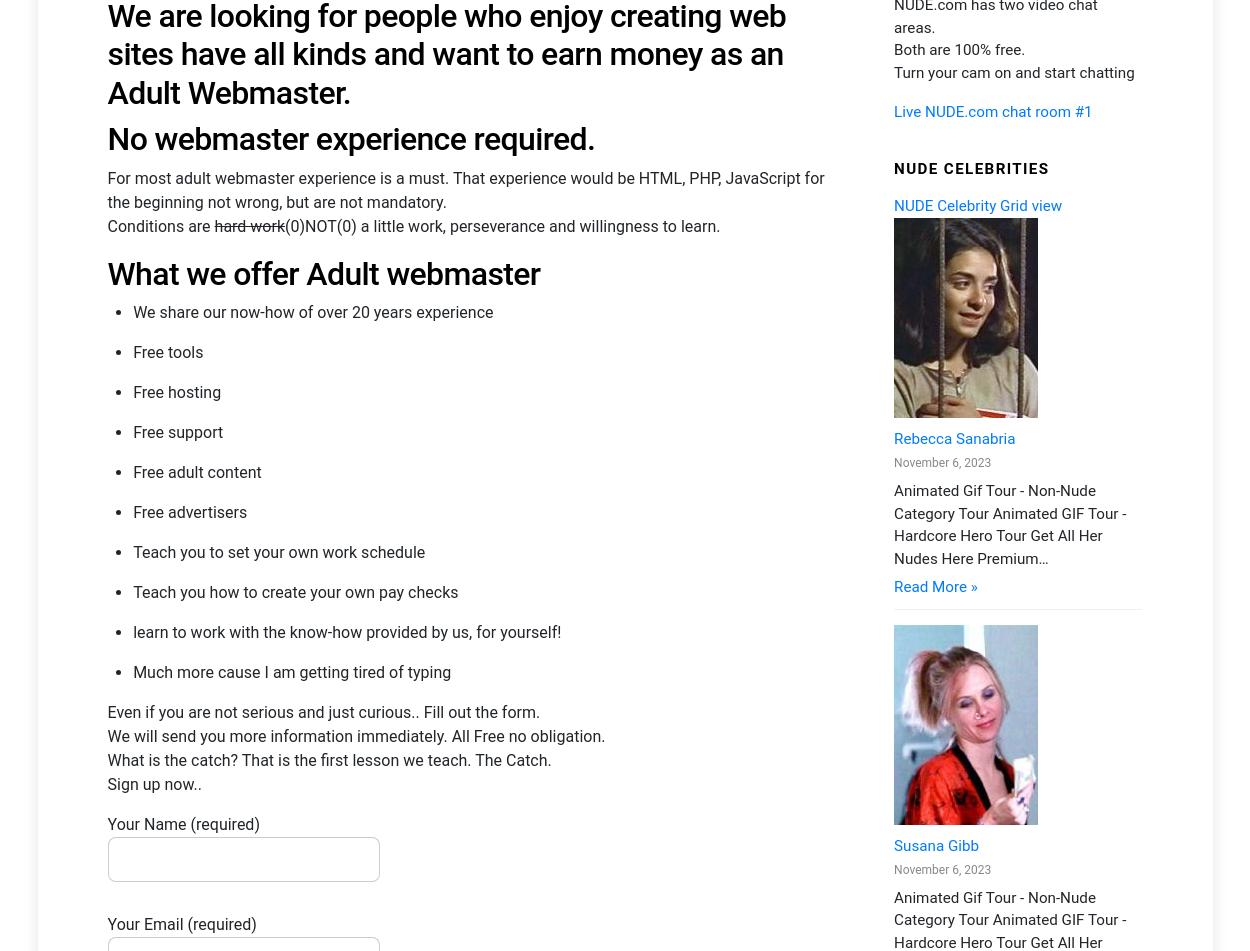  What do you see at coordinates (893, 388) in the screenshot?
I see `'NUDE Celebrity Grid view'` at bounding box center [893, 388].